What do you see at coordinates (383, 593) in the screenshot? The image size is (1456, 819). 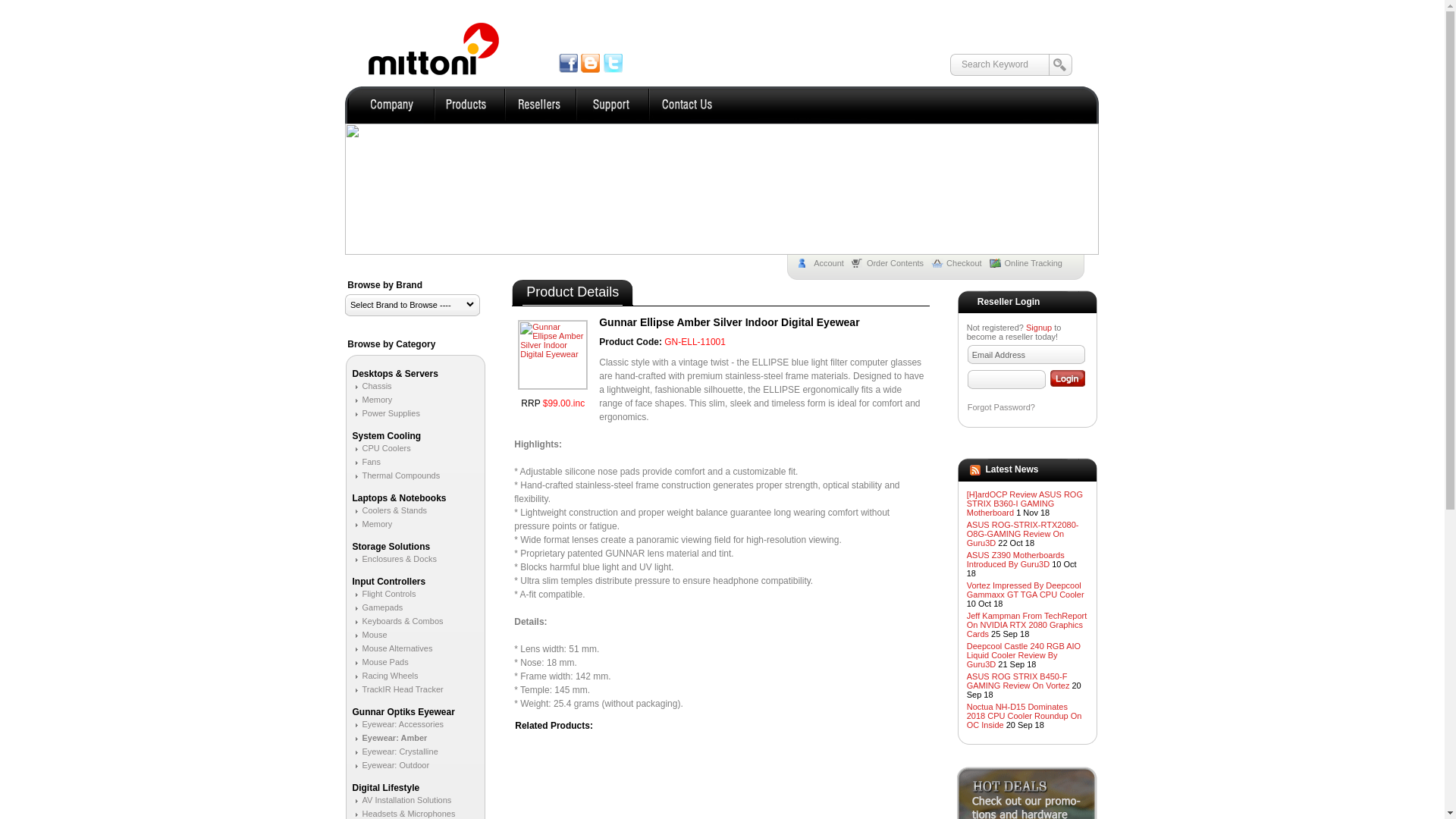 I see `'Flight Controls'` at bounding box center [383, 593].